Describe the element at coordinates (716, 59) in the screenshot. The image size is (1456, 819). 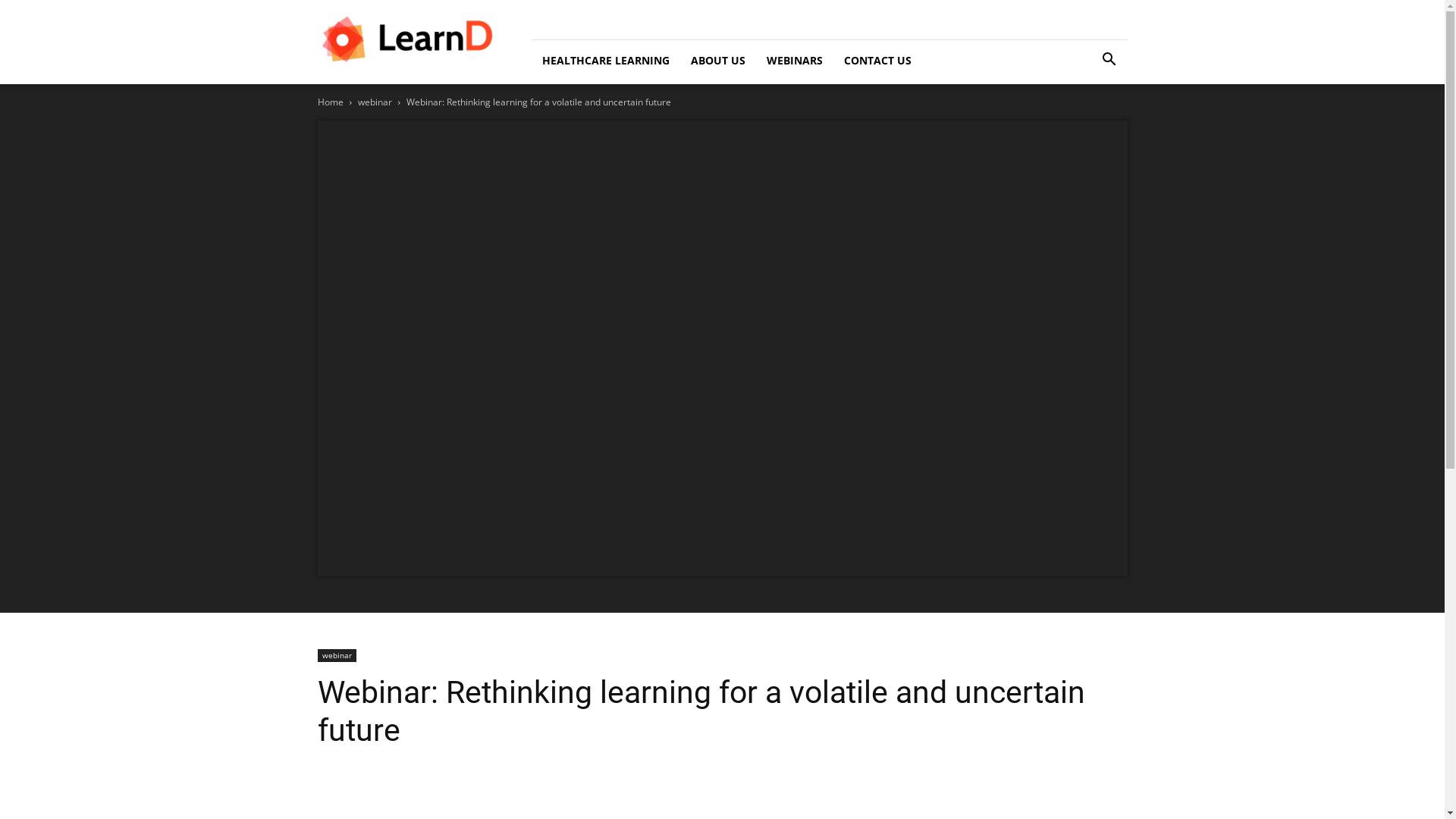
I see `'ABOUT US'` at that location.